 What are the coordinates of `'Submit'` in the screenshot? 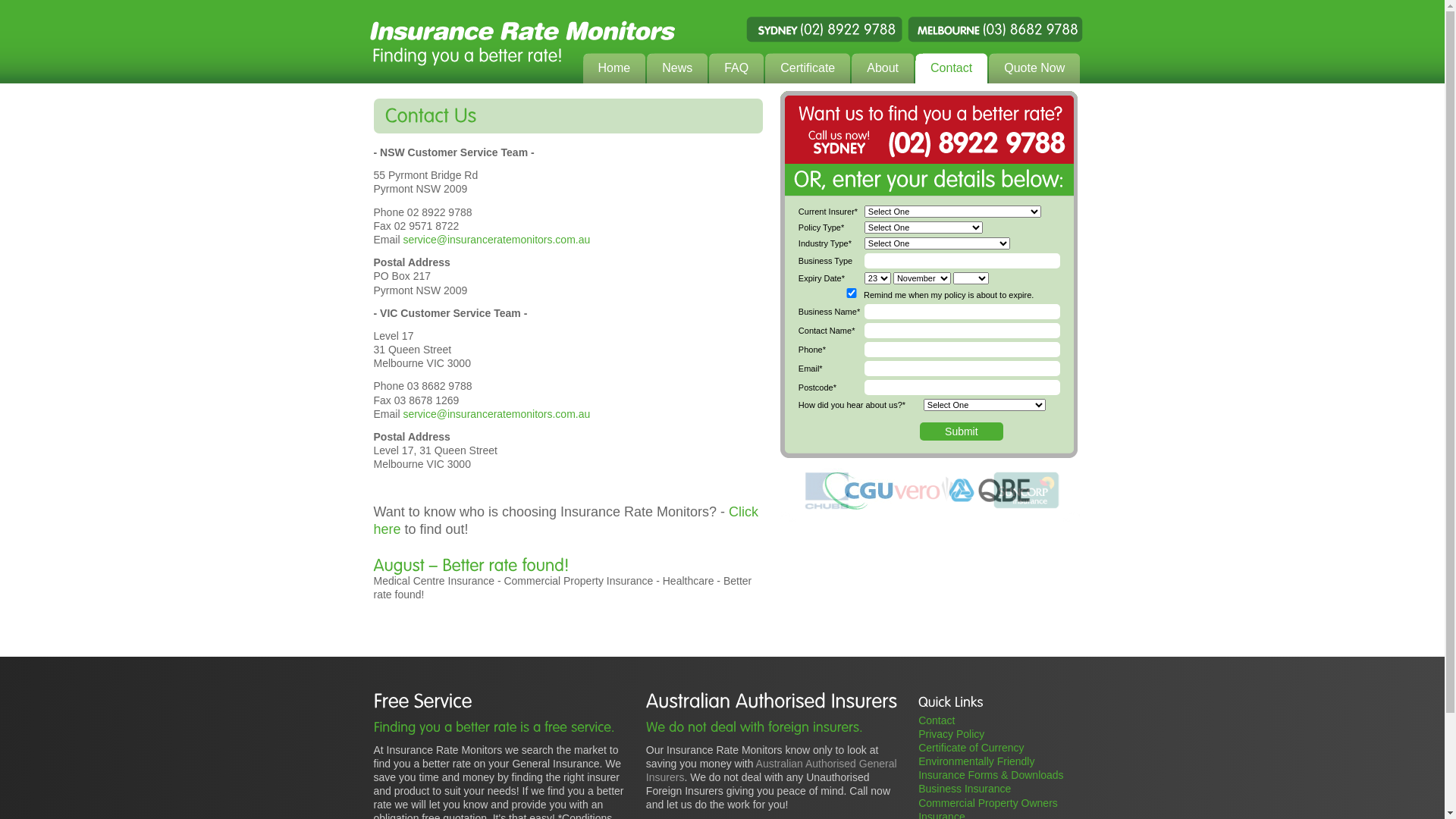 It's located at (960, 431).